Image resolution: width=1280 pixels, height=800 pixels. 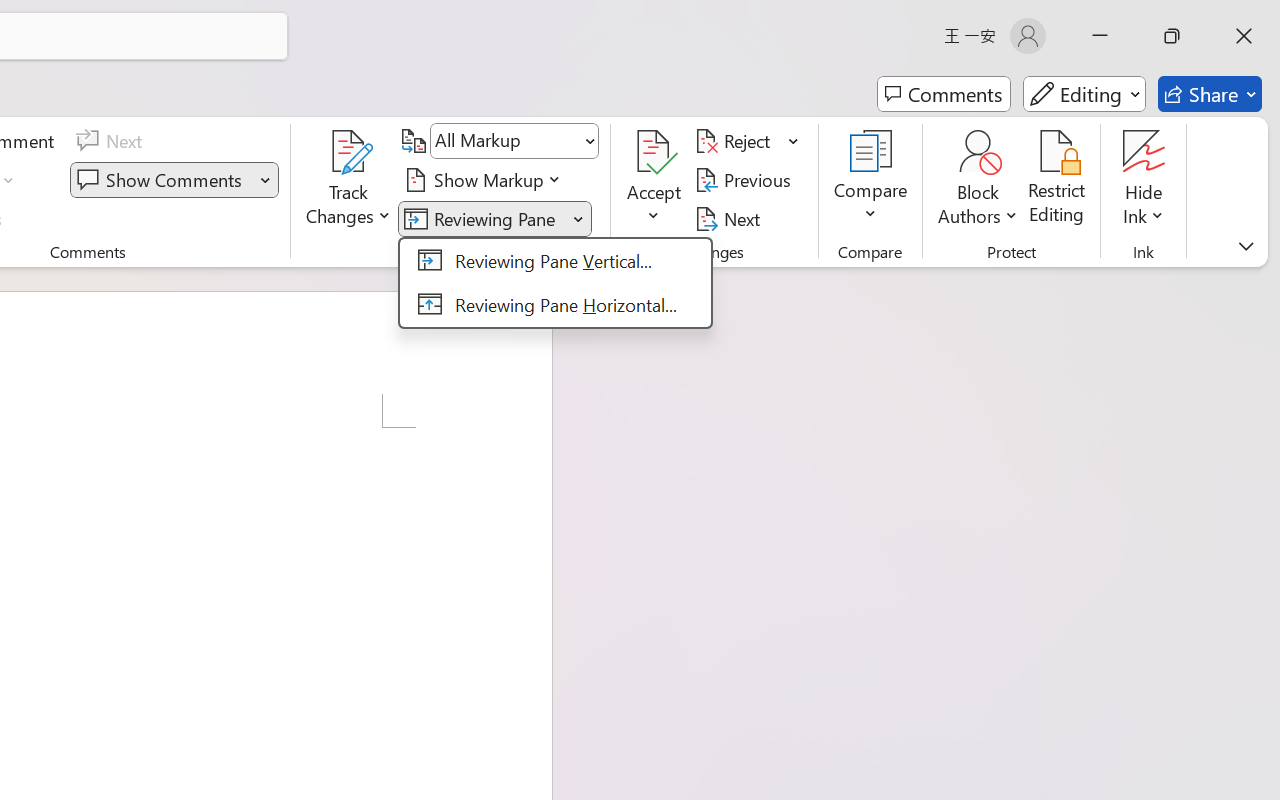 I want to click on 'Display for Review', so click(x=514, y=141).